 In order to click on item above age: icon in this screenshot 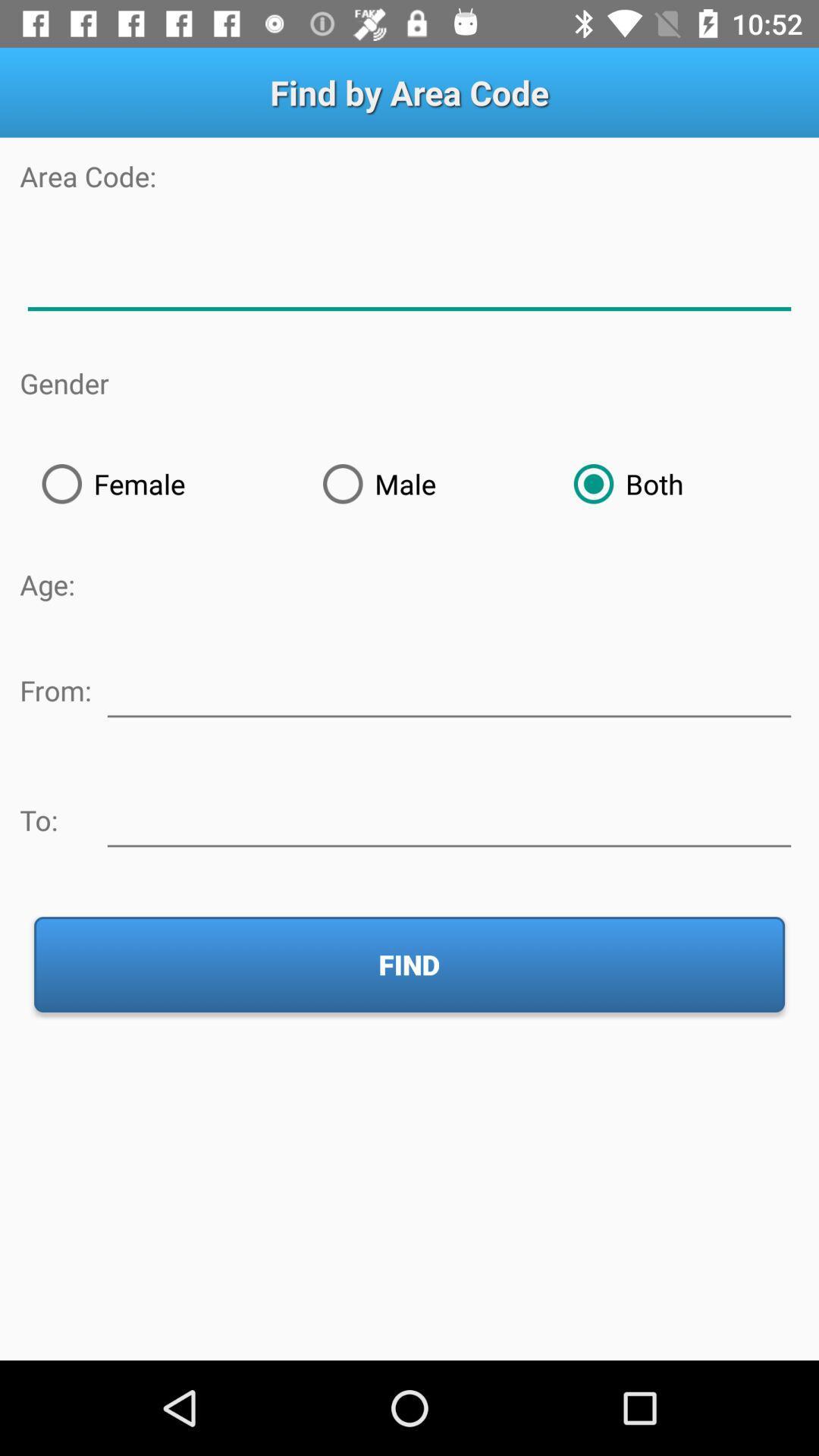, I will do `click(160, 483)`.